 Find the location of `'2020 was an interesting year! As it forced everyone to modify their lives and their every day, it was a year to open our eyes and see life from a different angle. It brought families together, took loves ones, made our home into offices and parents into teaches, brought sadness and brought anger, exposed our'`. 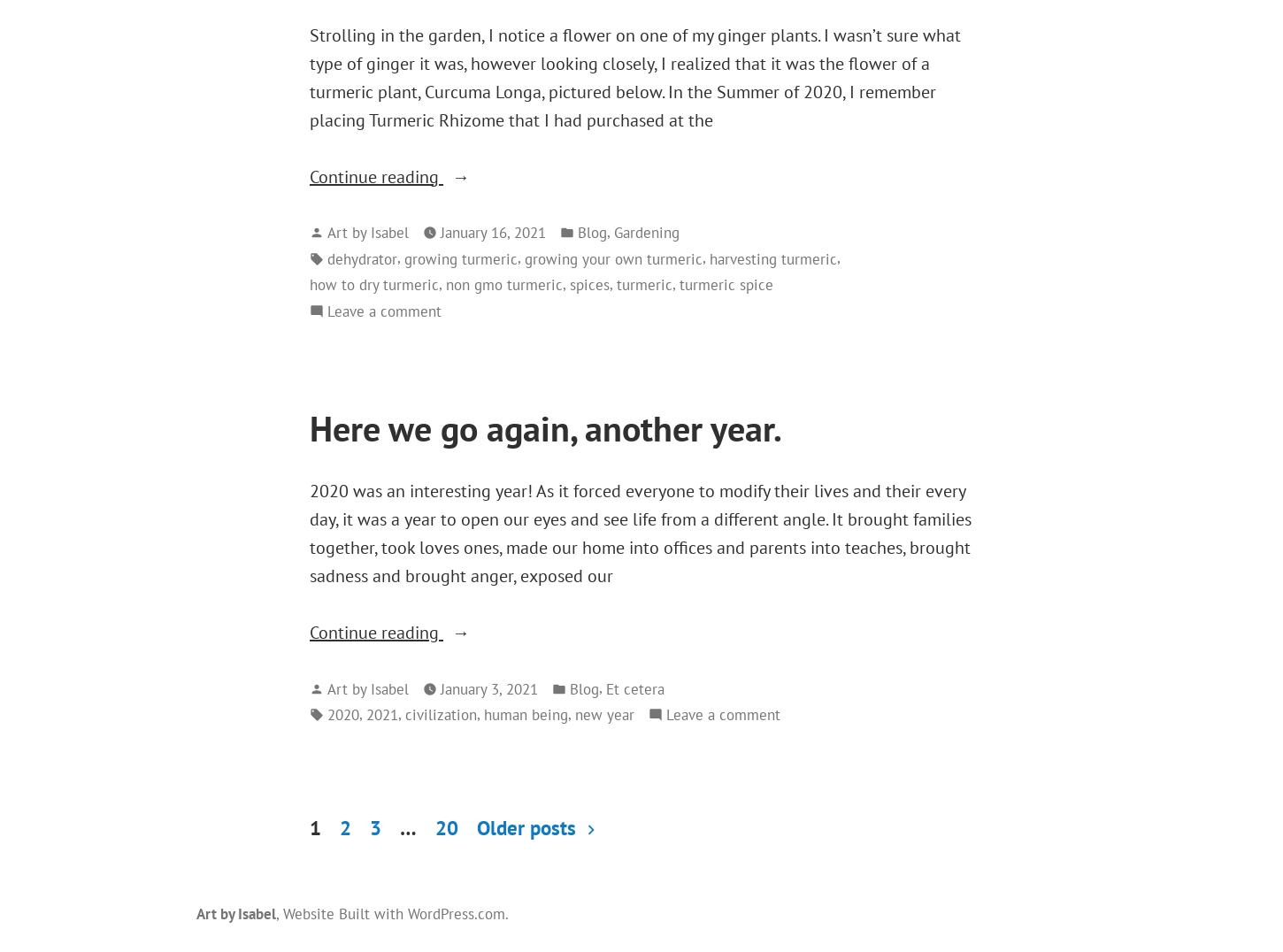

'2020 was an interesting year! As it forced everyone to modify their lives and their every day, it was a year to open our eyes and see life from a different angle. It brought families together, took loves ones, made our home into offices and parents into teaches, brought sadness and brought anger, exposed our' is located at coordinates (639, 533).